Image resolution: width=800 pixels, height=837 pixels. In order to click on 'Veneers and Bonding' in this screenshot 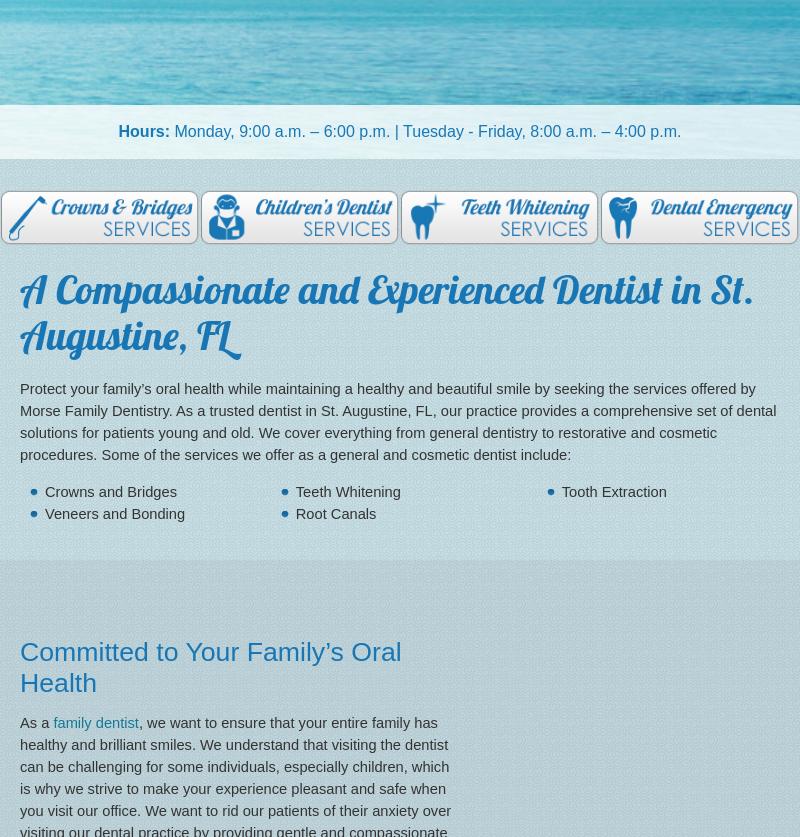, I will do `click(114, 511)`.